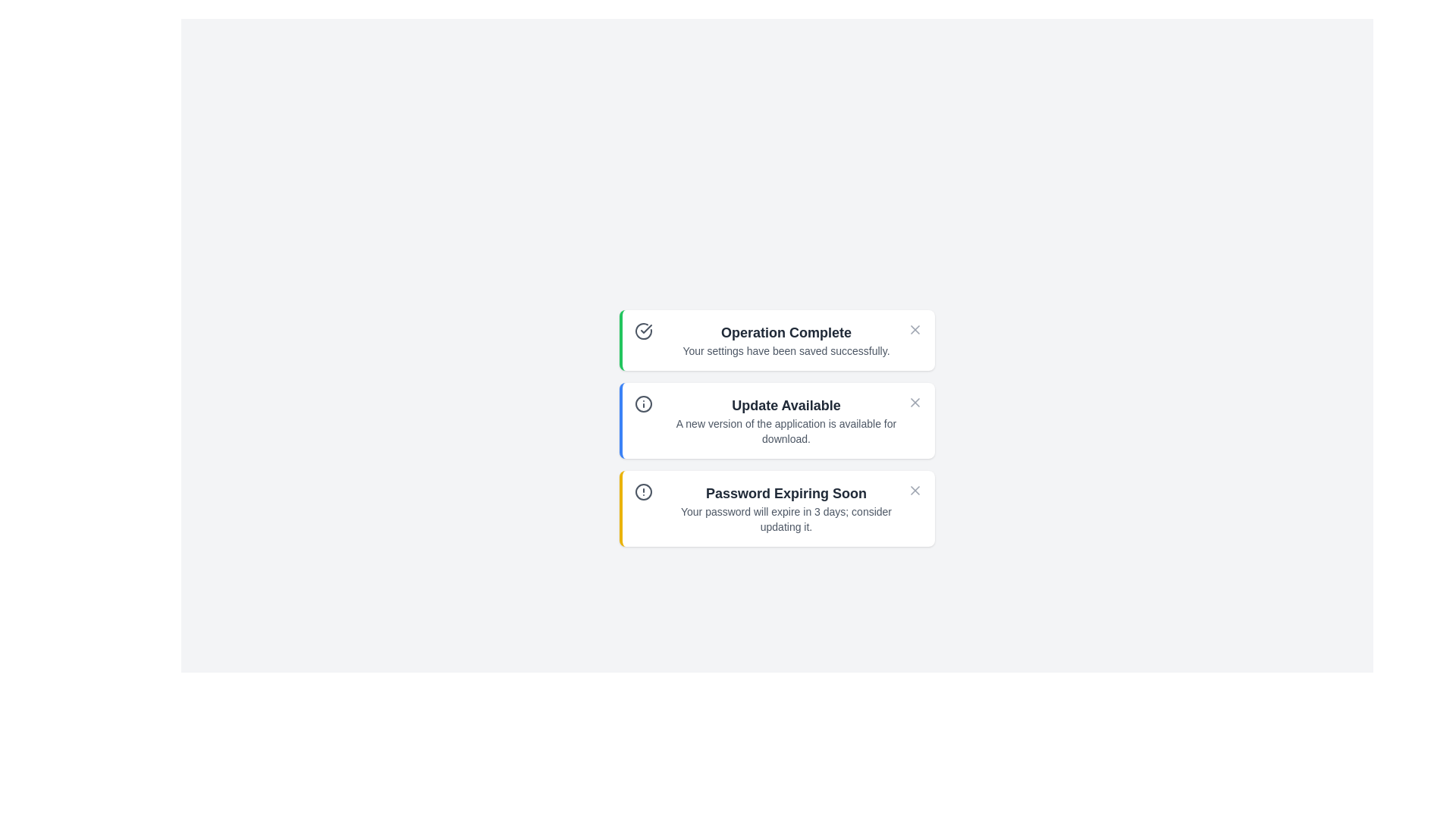 The width and height of the screenshot is (1456, 819). I want to click on the circular icon component located within the 'Password Expiring Soon' notification box, positioned to the left of the notification text, so click(644, 491).